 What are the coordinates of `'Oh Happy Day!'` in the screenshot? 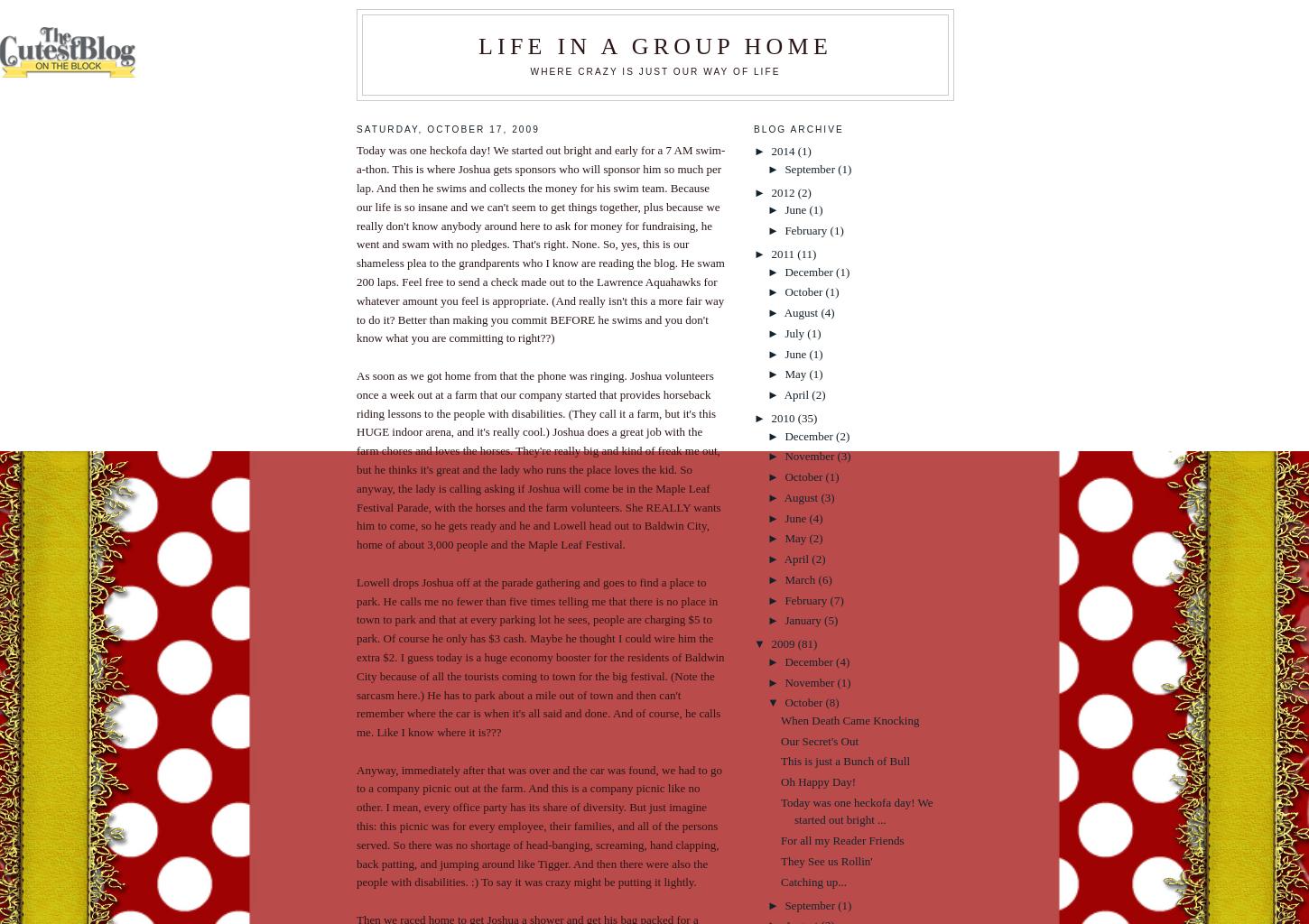 It's located at (817, 781).